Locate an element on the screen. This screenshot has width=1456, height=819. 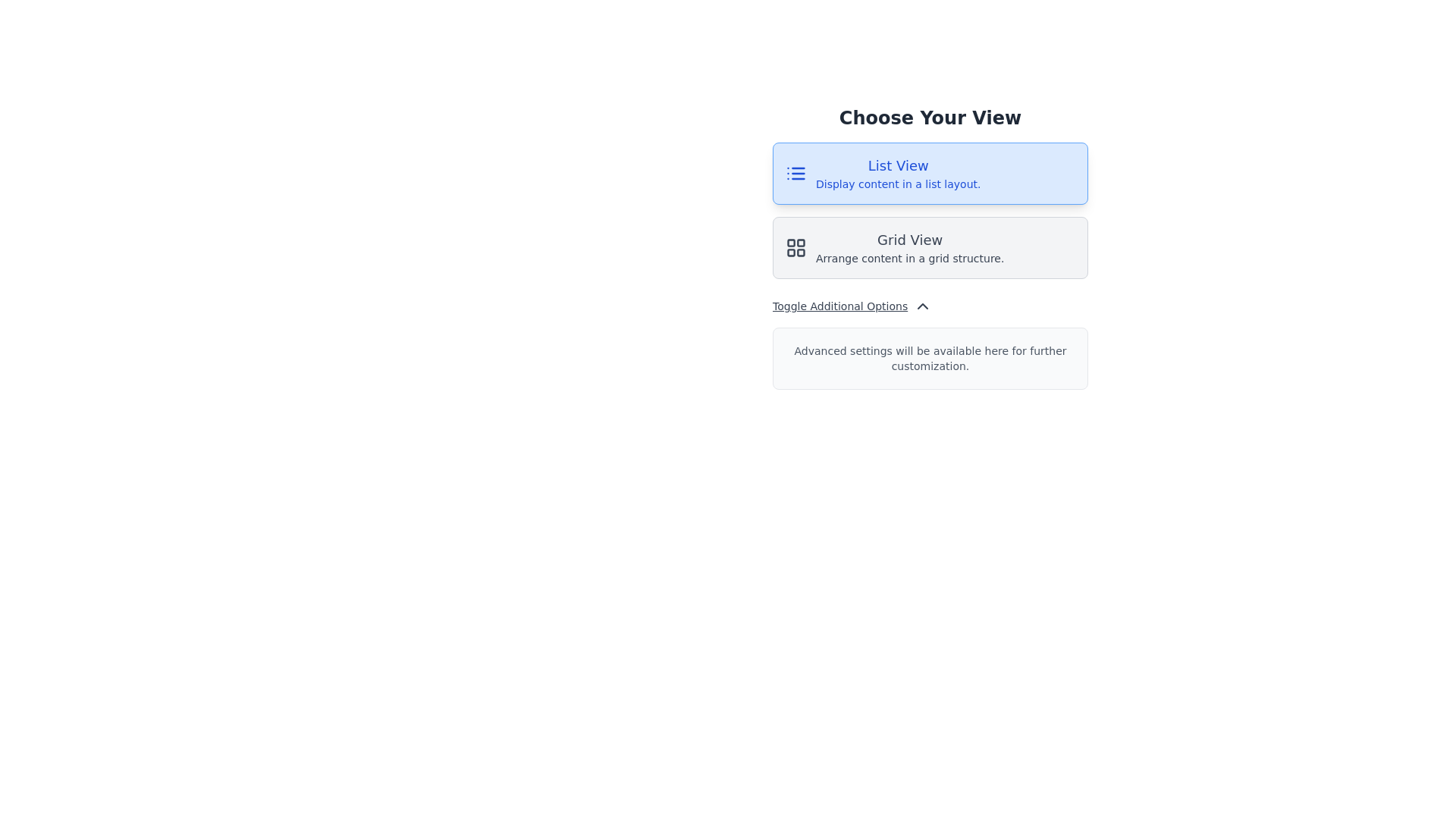
the static text label that states 'Advanced settings will be available here for further customization.' located beneath the 'Toggle Additional Options' label is located at coordinates (930, 359).